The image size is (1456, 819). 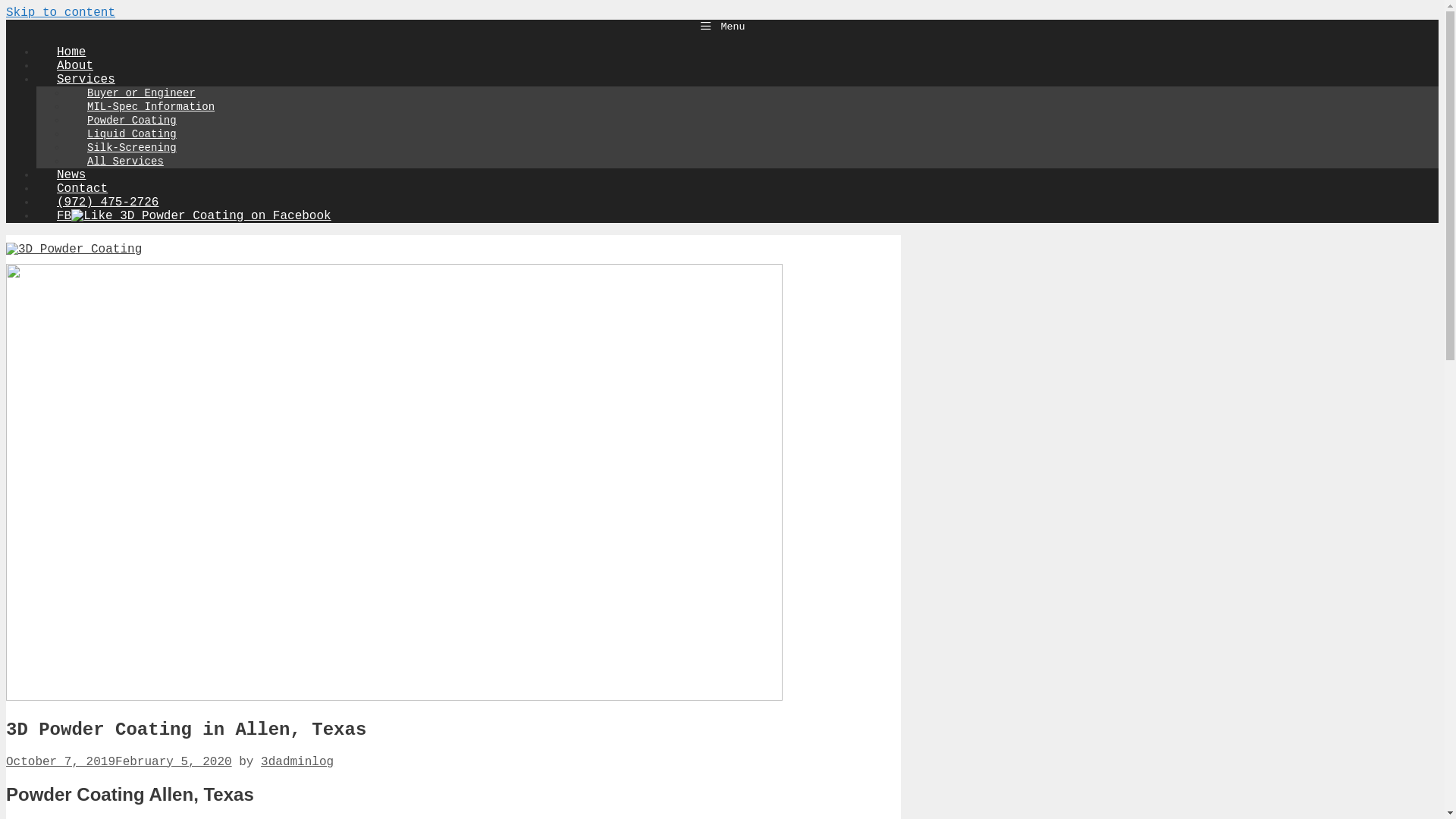 I want to click on '3D Powder Coating', so click(x=73, y=248).